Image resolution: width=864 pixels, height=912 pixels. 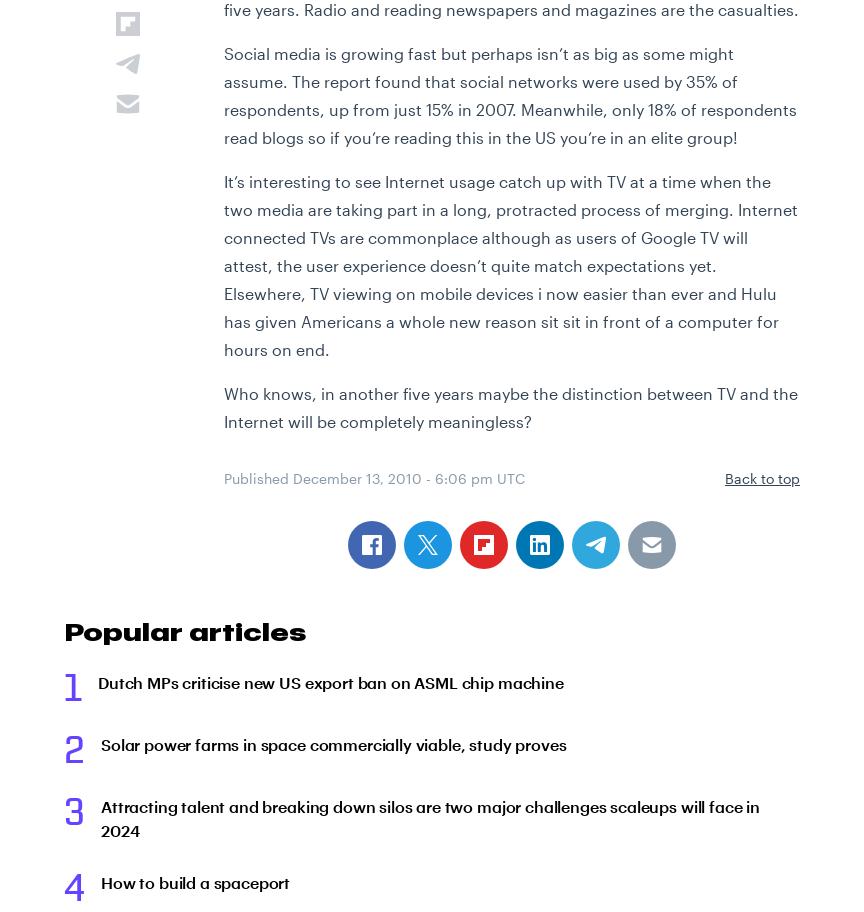 What do you see at coordinates (224, 265) in the screenshot?
I see `'It’s interesting to see Internet usage catch up with TV at a time when the two media are taking part in a long, protracted process of merging. Internet connected TVs are commonplace although as users of Google TV will attest, the user experience doesn’t quite match expectations yet. Elsewhere, TV viewing on mobile devices i now easier than ever and Hulu has given Americans a whole new reason sit sit in front of a computer for hours on end.'` at bounding box center [224, 265].